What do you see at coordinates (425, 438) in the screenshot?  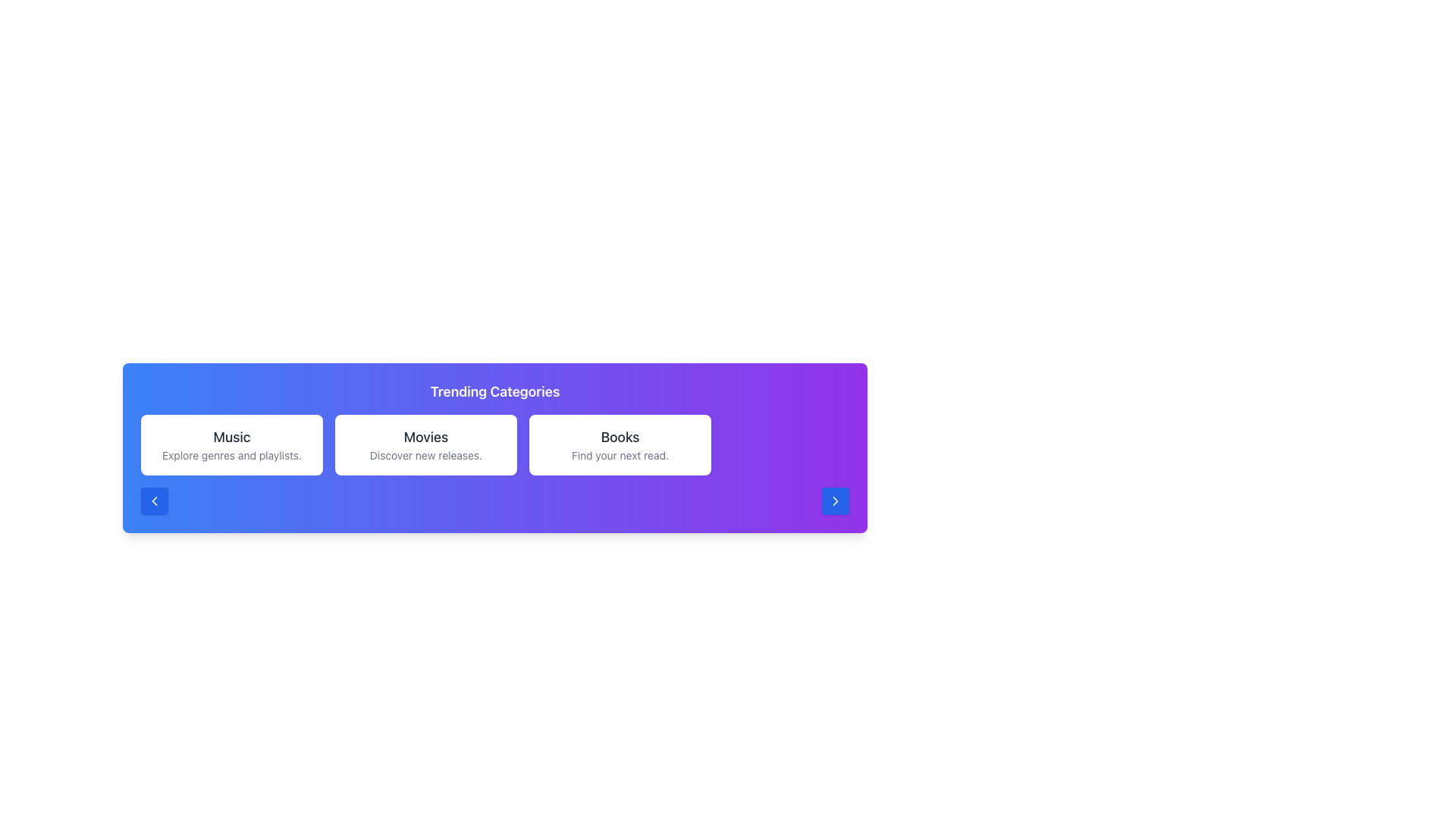 I see `the 'Movies' text label, which serves as the title for its card-like structure, positioned at the top of the second card in a horizontally aligned list` at bounding box center [425, 438].